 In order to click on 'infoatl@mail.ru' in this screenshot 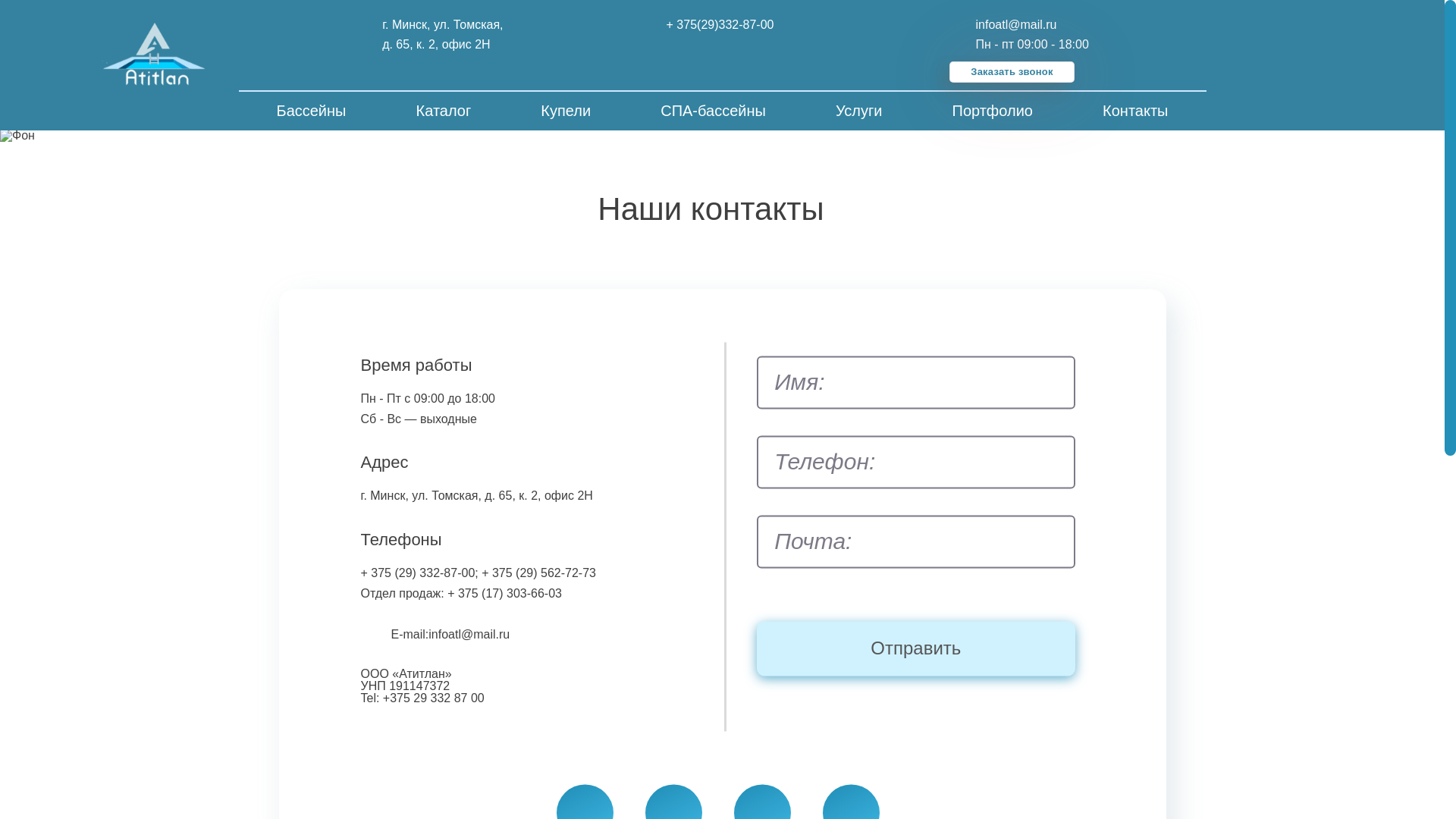, I will do `click(1019, 25)`.